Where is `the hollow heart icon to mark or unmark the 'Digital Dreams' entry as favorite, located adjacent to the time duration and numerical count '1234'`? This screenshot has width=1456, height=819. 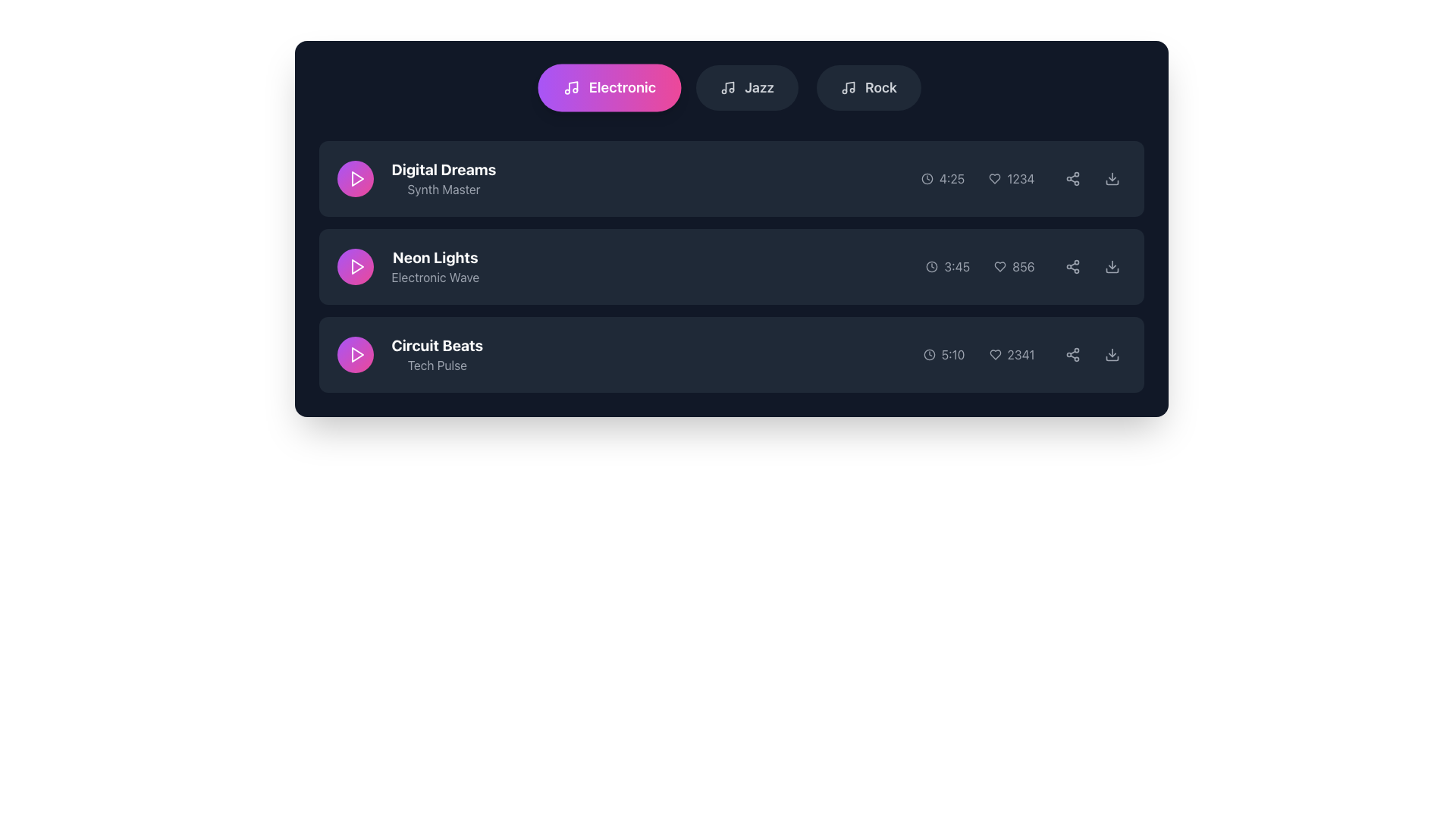
the hollow heart icon to mark or unmark the 'Digital Dreams' entry as favorite, located adjacent to the time duration and numerical count '1234' is located at coordinates (995, 177).